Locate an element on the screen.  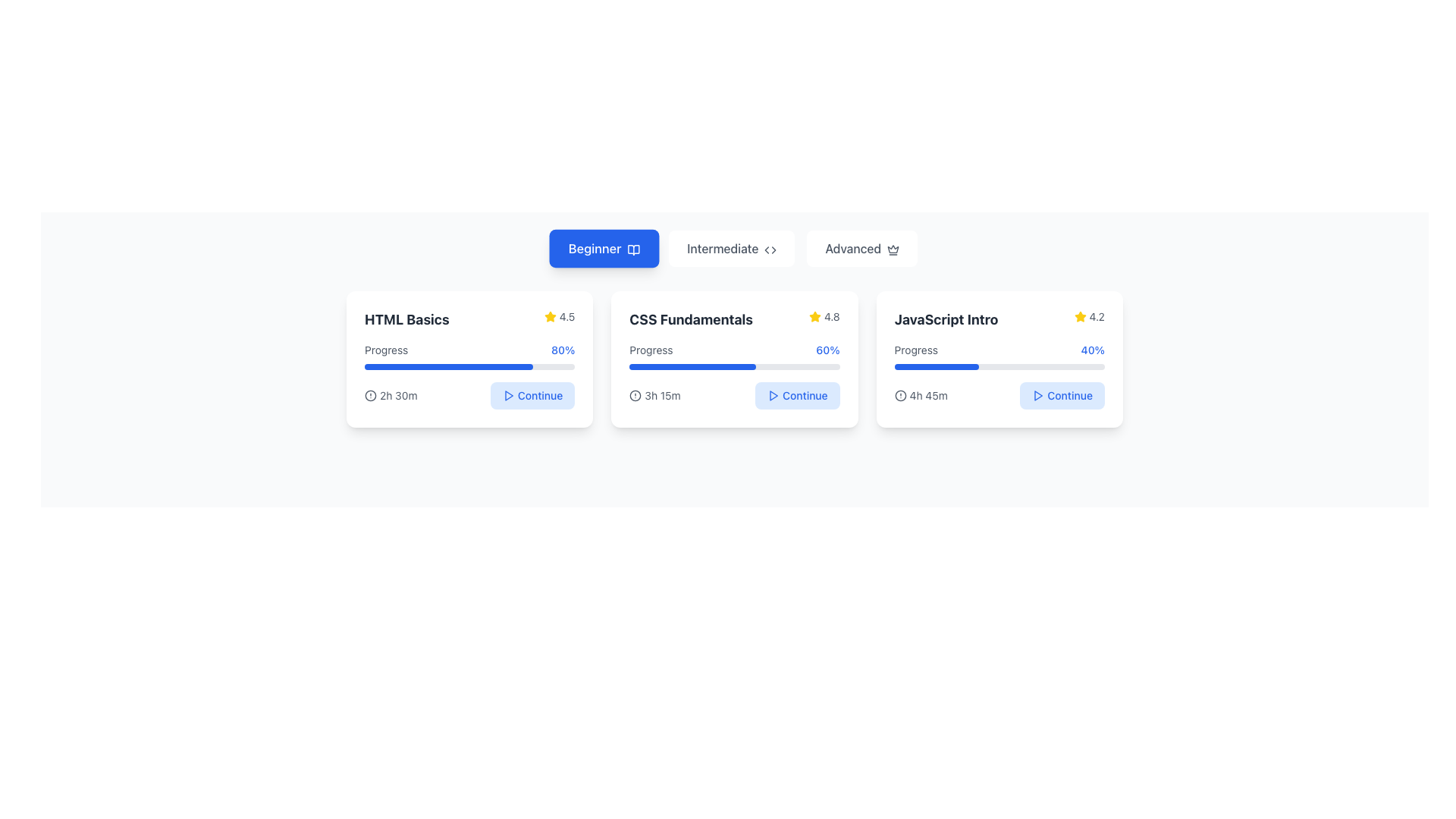
progress bar located within the middle card labeled 'CSS Fundamentals', which visually represents that 60% of the associated task has been completed, positioned below the 'Progress' label is located at coordinates (735, 366).